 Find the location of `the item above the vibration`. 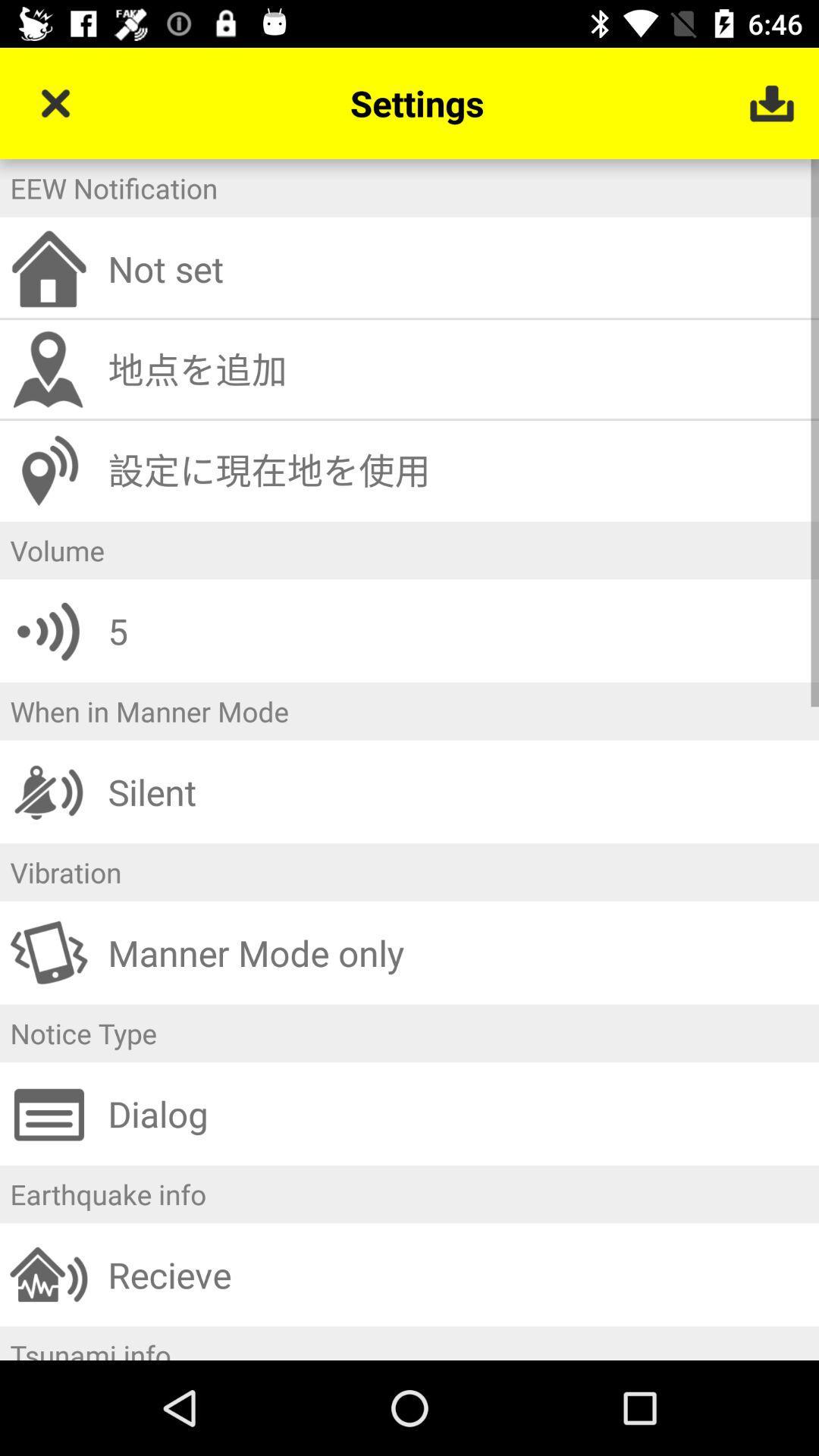

the item above the vibration is located at coordinates (457, 791).